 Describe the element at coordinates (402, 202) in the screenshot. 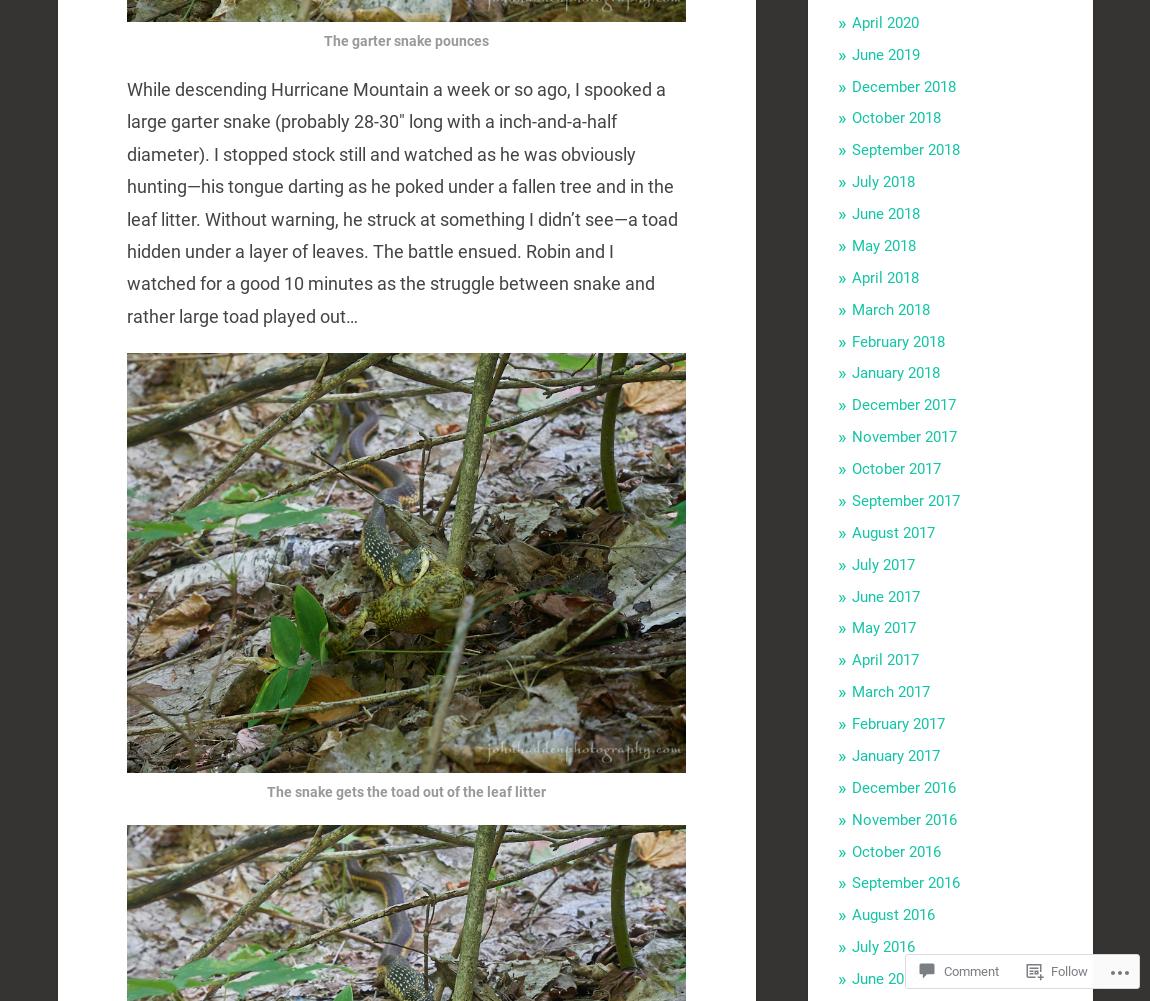

I see `'While descending Hurricane Mountain a week or so ago, I spooked a large garter snake (probably 28-30″ long with a inch-and-a-half diameter). I stopped stock still and watched as he was obviously hunting—his tongue darting as he poked under a fallen tree and in the leaf litter. Without warning, he struck at something I didn’t see—a toad hidden under a layer of leaves. The battle ensued. Robin and I watched for a good 10 minutes as the struggle between snake and rather large toad played out…'` at that location.